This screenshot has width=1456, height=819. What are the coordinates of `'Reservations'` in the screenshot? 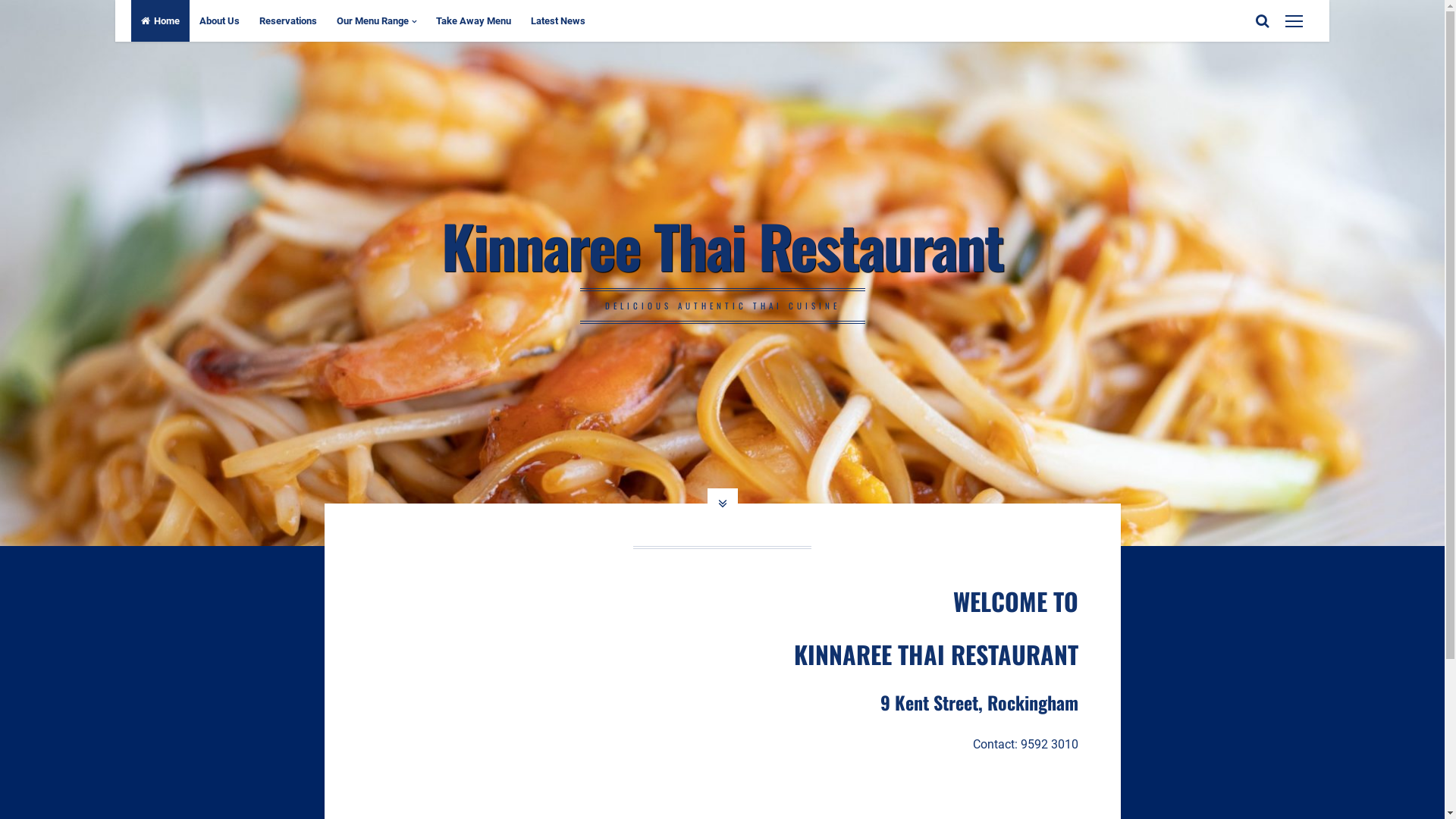 It's located at (287, 20).